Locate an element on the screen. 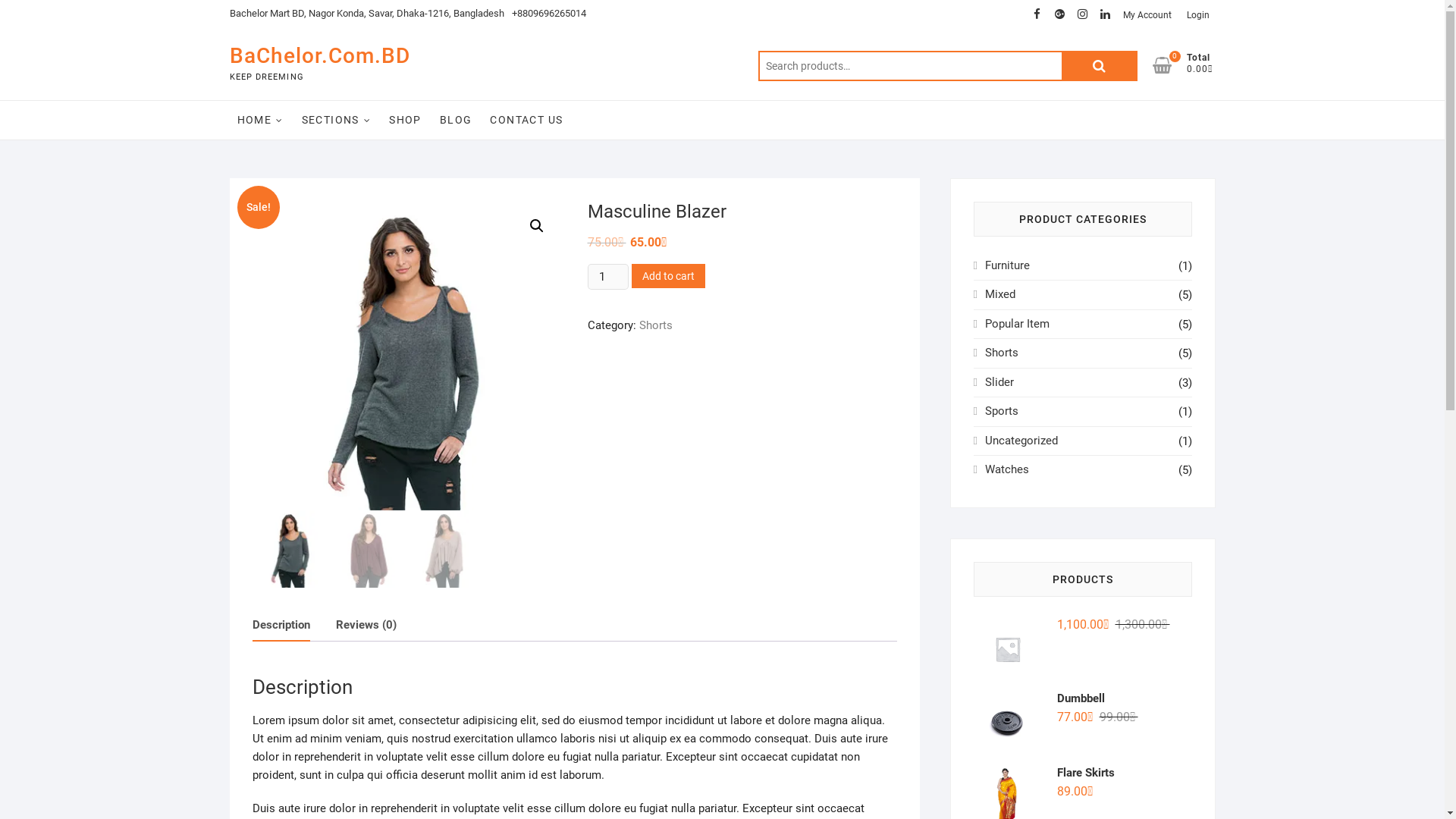 The width and height of the screenshot is (1456, 819). '+8809696265014' is located at coordinates (548, 14).